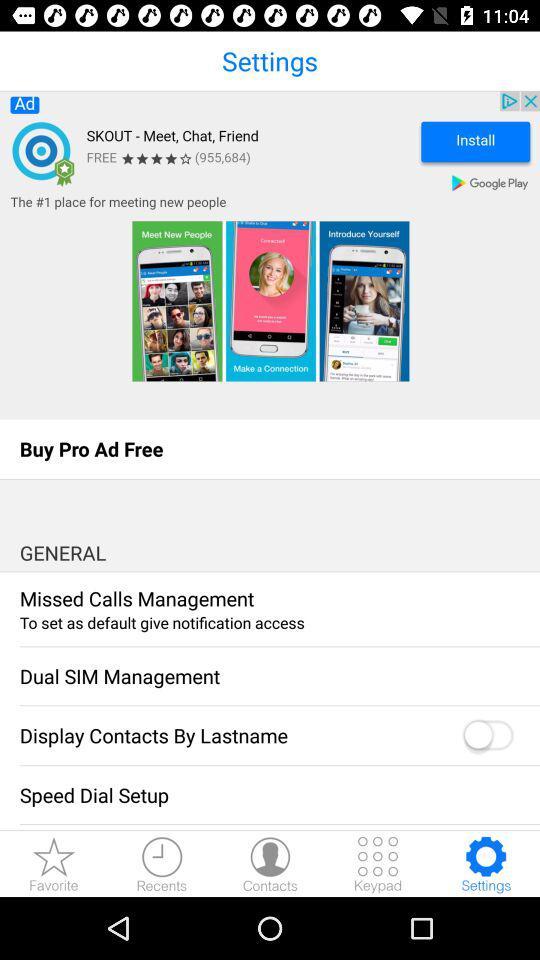  What do you see at coordinates (270, 863) in the screenshot?
I see `contact screen` at bounding box center [270, 863].